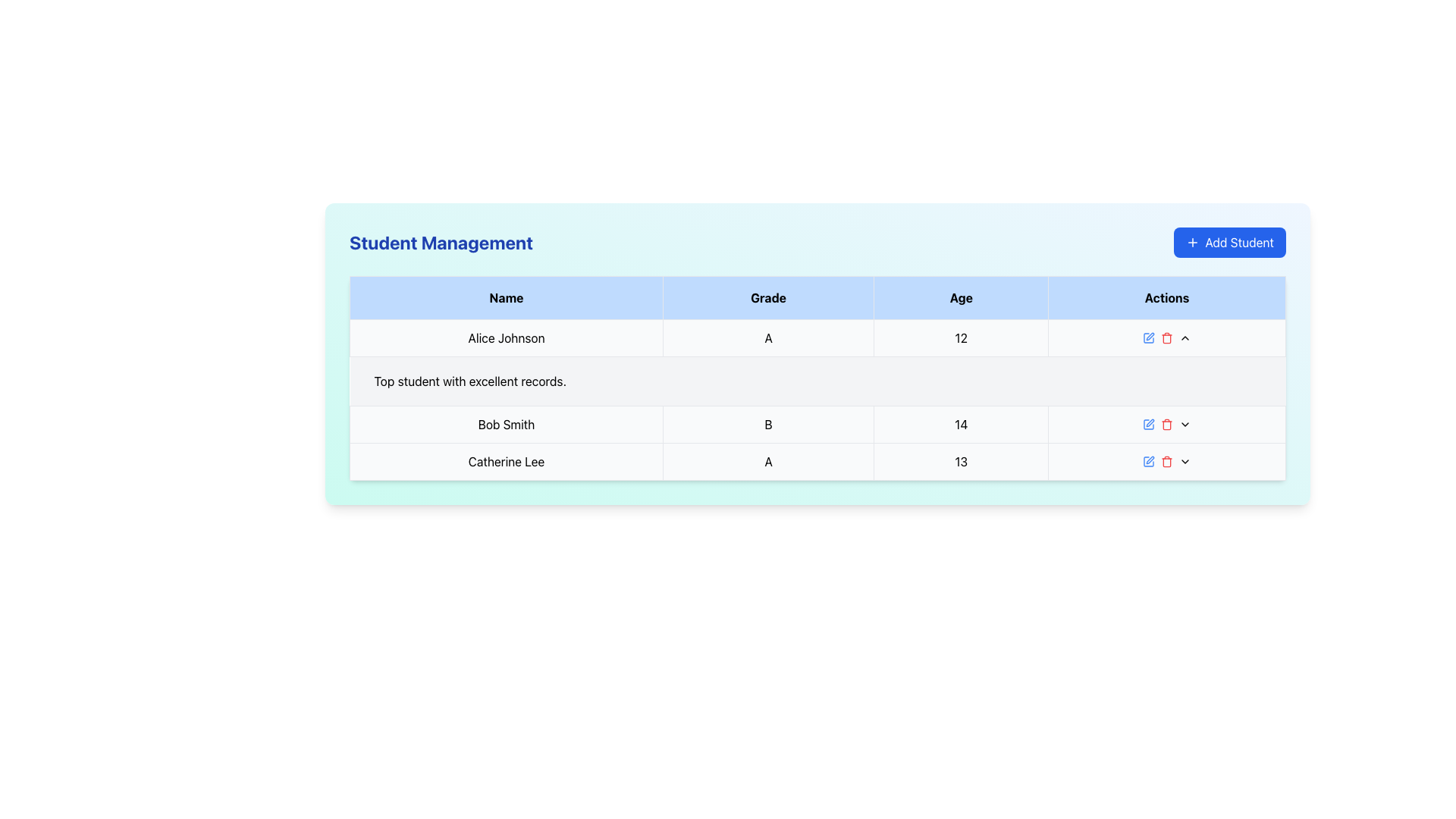 The height and width of the screenshot is (819, 1456). I want to click on the pen icon representing editing options, so click(1150, 423).